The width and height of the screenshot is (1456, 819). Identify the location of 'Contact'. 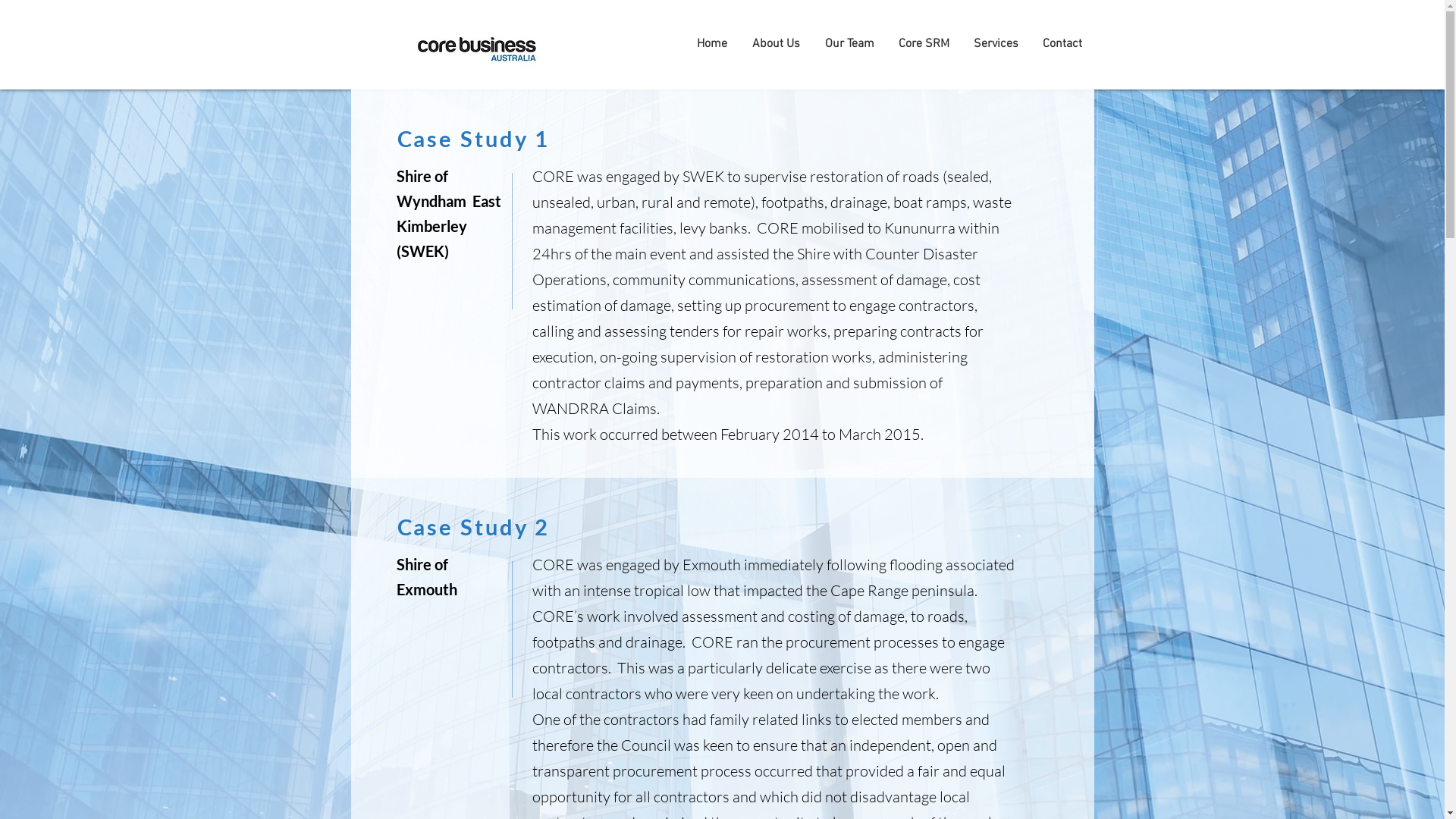
(1030, 43).